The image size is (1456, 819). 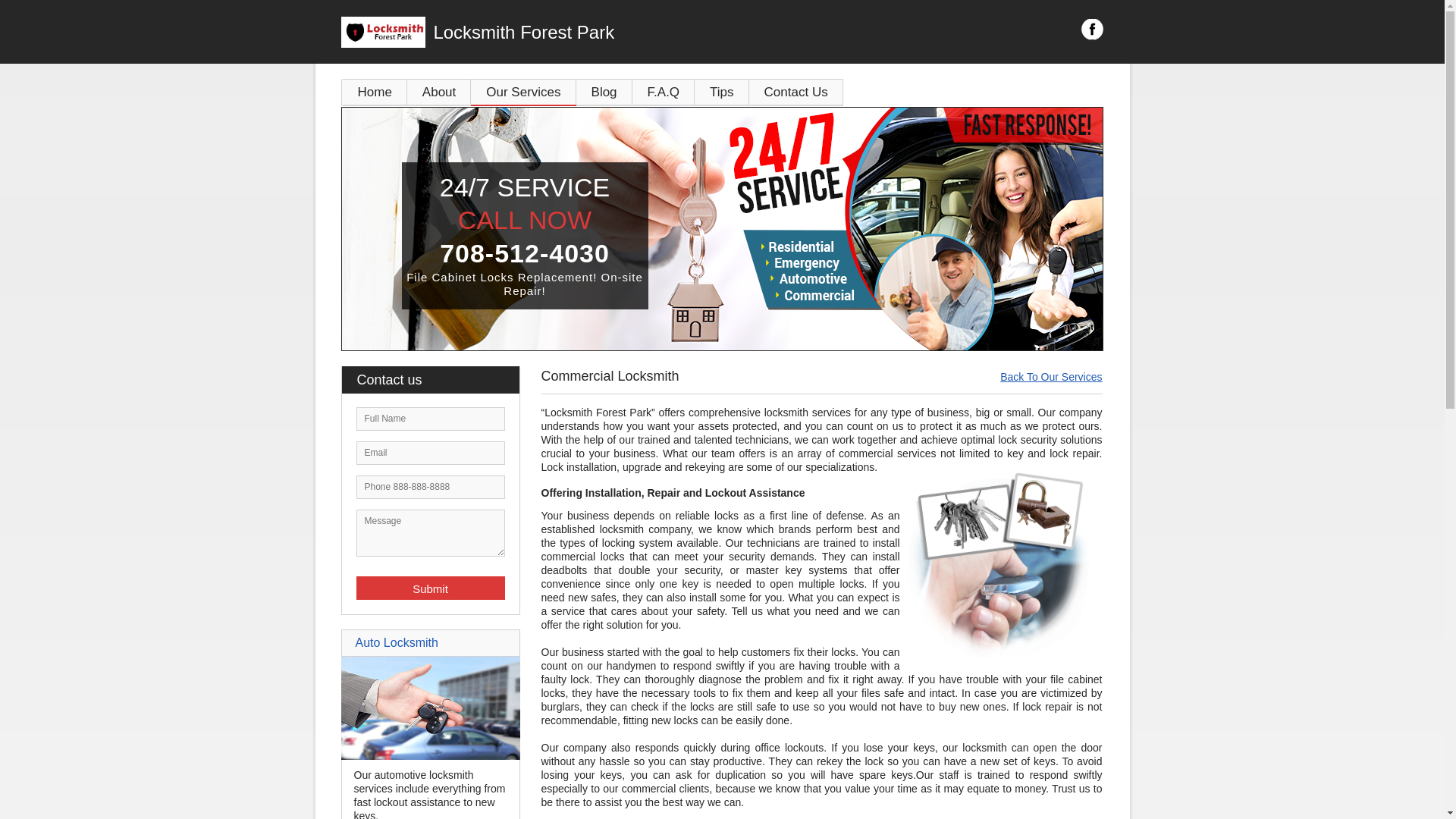 What do you see at coordinates (1092, 29) in the screenshot?
I see `'Facebook'` at bounding box center [1092, 29].